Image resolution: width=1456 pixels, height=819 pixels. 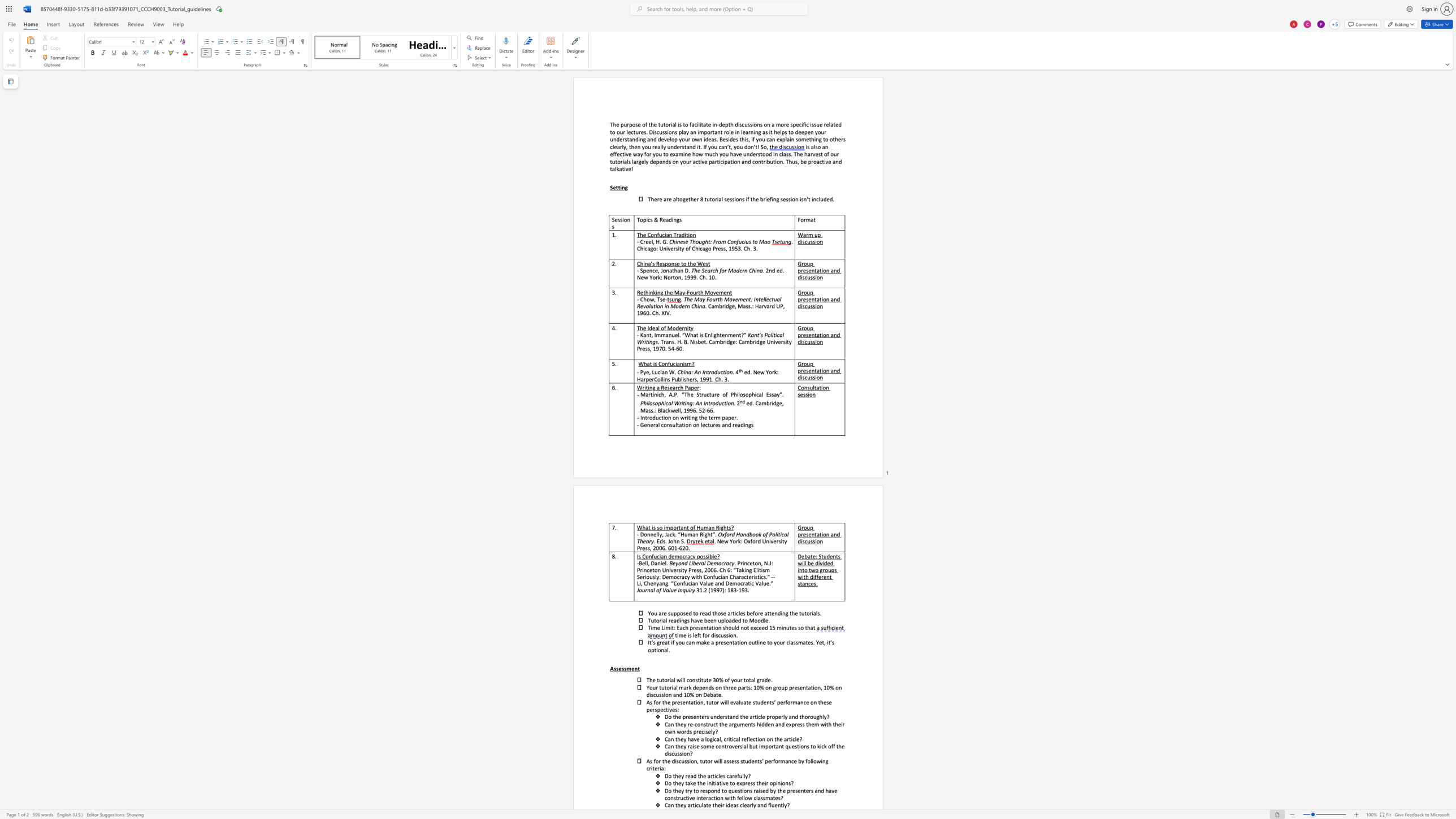 I want to click on the space between the continuous character "l" and "e" in the text, so click(x=731, y=132).